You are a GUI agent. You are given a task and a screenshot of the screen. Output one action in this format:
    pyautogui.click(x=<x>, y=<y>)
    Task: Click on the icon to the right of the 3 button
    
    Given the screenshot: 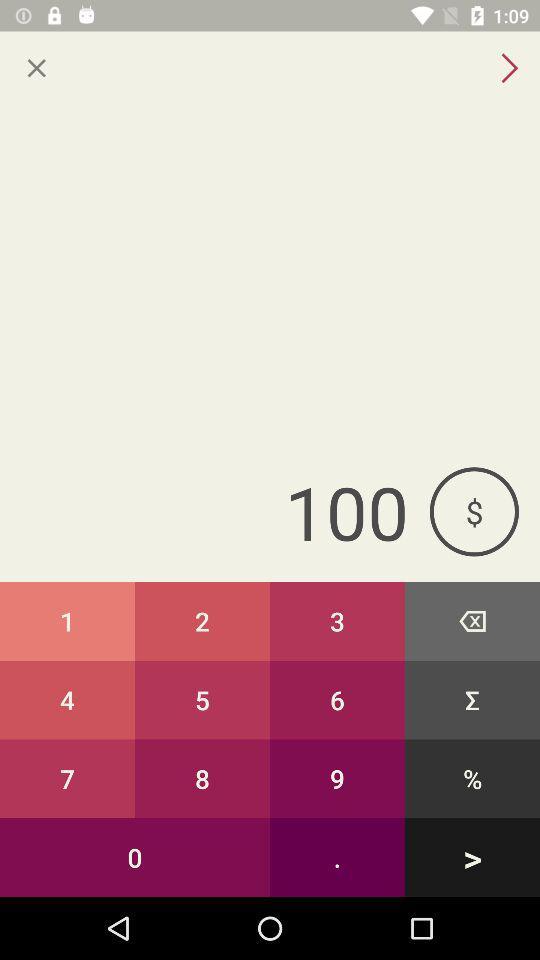 What is the action you would take?
    pyautogui.click(x=472, y=620)
    